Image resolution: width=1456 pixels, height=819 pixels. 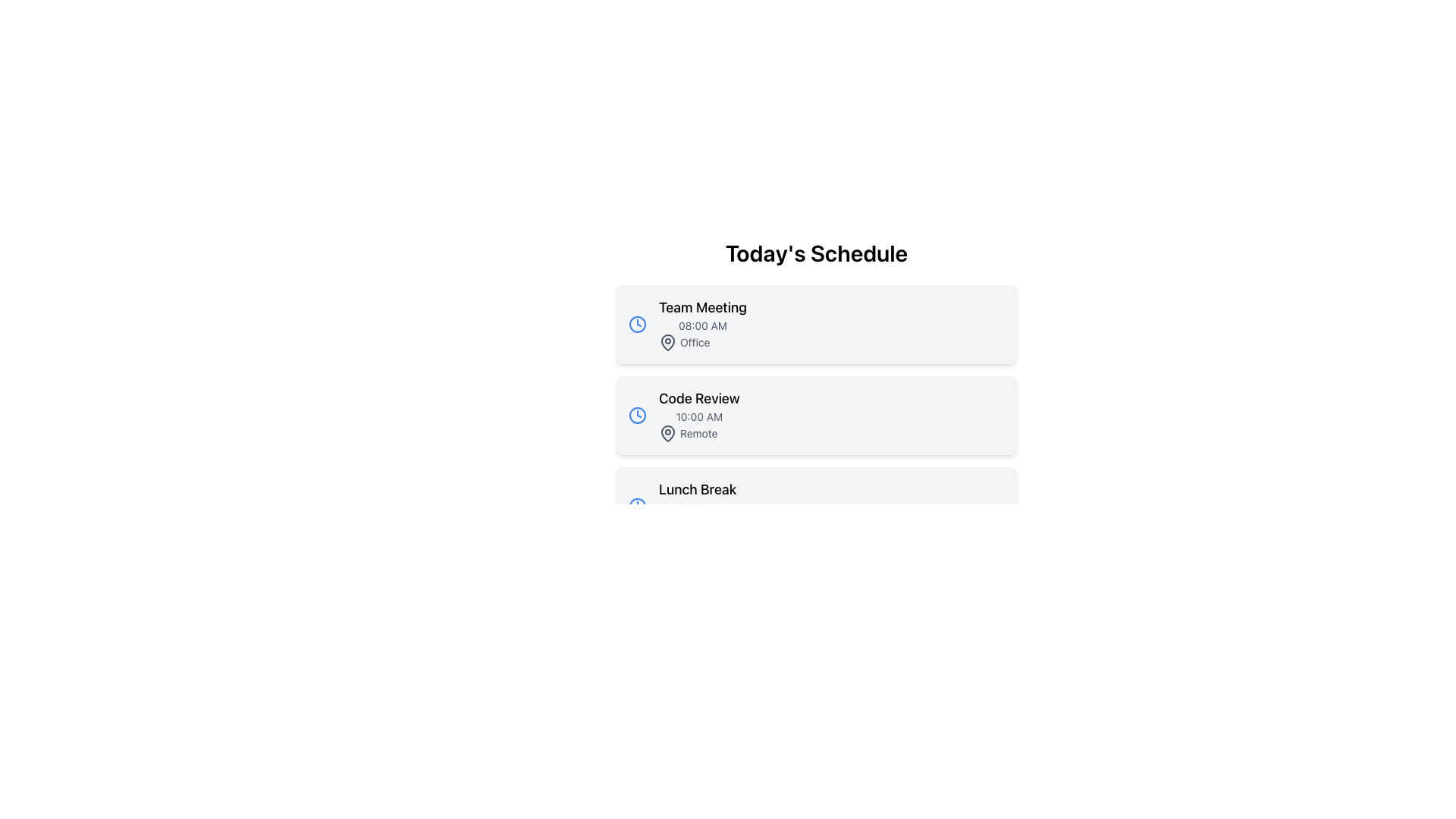 What do you see at coordinates (667, 342) in the screenshot?
I see `the pin-shaped icon resembling a map location marker located to the left of the text 'Office'` at bounding box center [667, 342].